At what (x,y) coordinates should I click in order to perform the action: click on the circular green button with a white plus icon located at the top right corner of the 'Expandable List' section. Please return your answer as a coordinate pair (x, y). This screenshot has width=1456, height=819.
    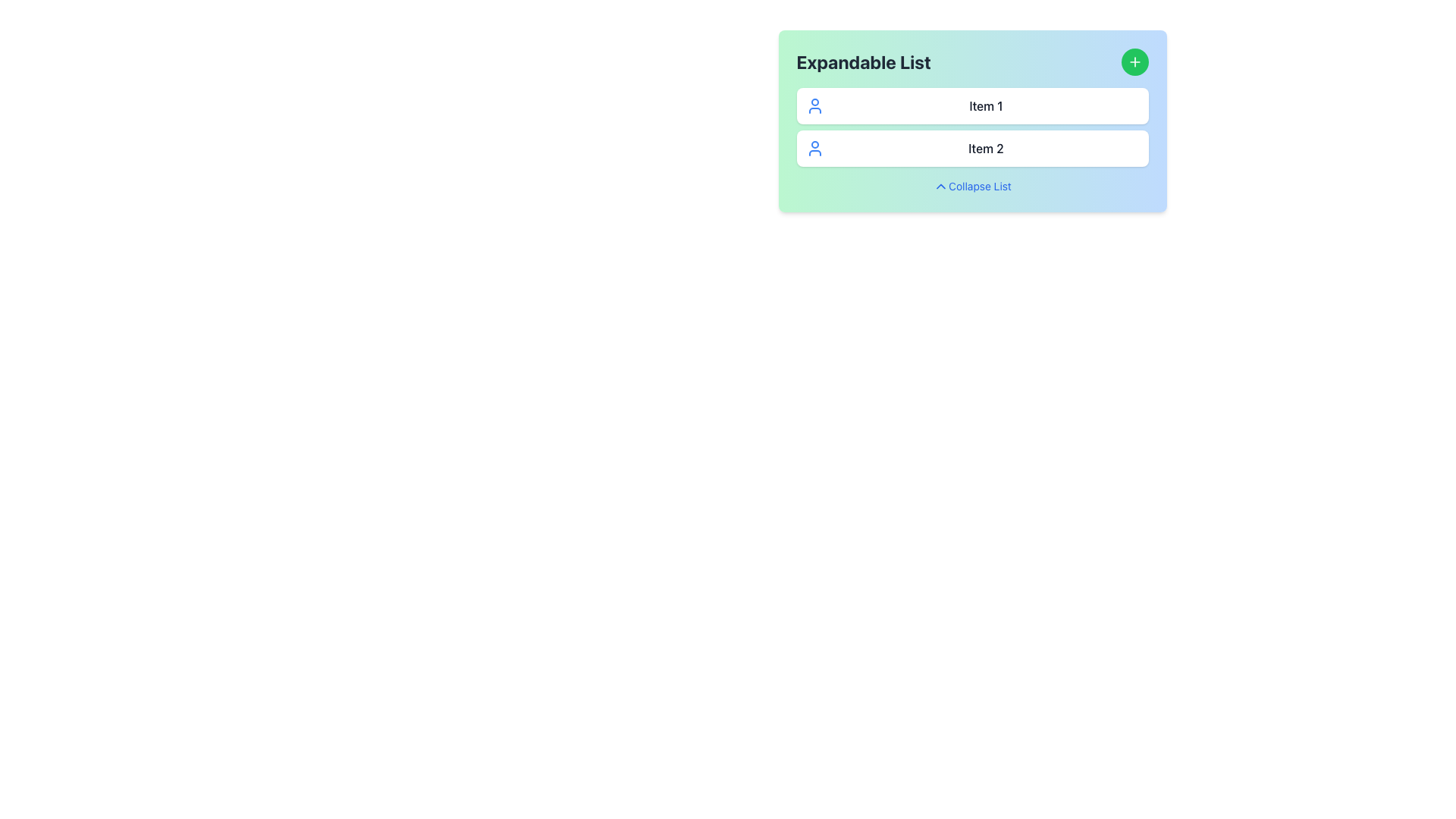
    Looking at the image, I should click on (1134, 61).